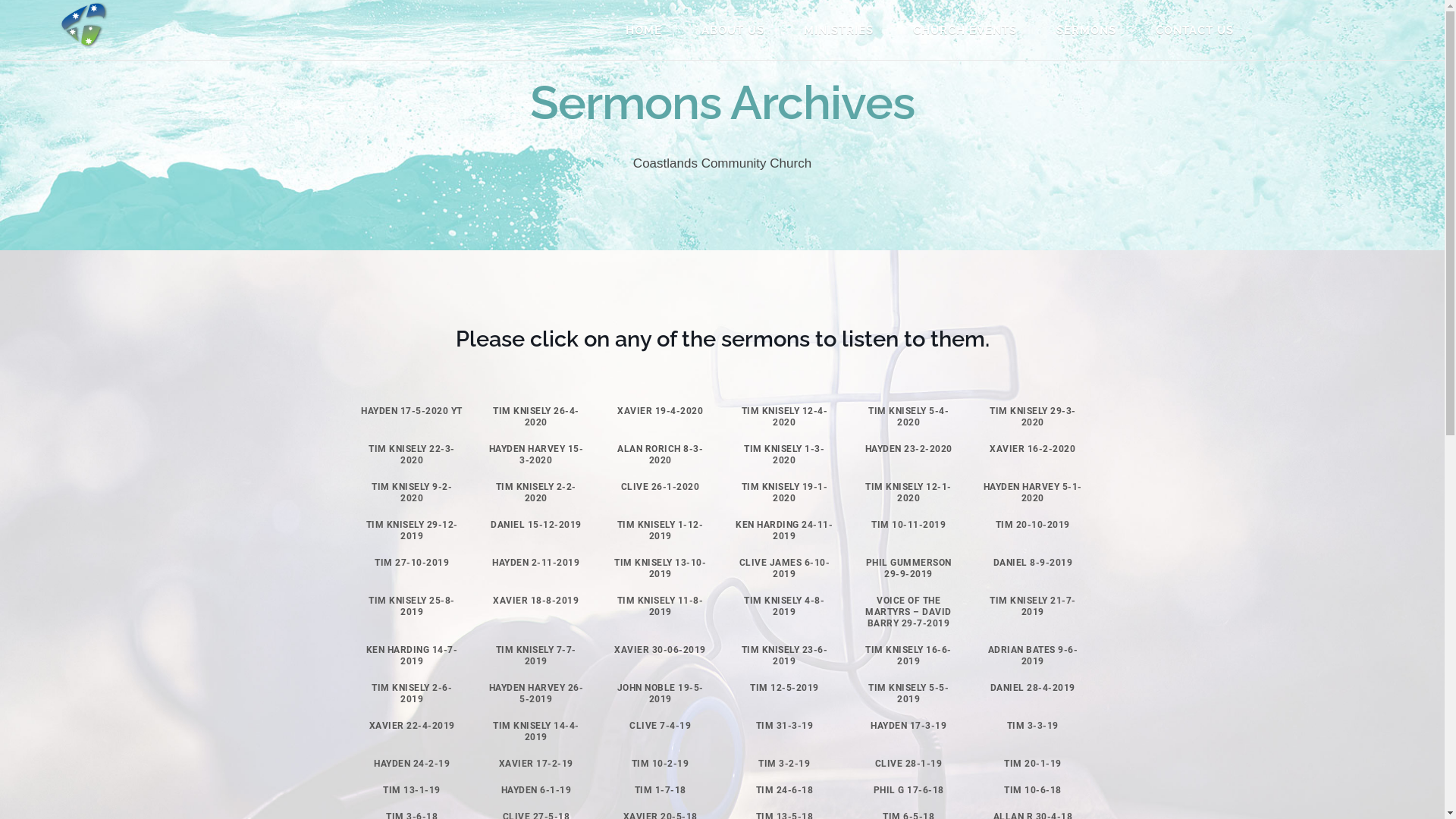  Describe the element at coordinates (1142, 30) in the screenshot. I see `'CONTACT US'` at that location.